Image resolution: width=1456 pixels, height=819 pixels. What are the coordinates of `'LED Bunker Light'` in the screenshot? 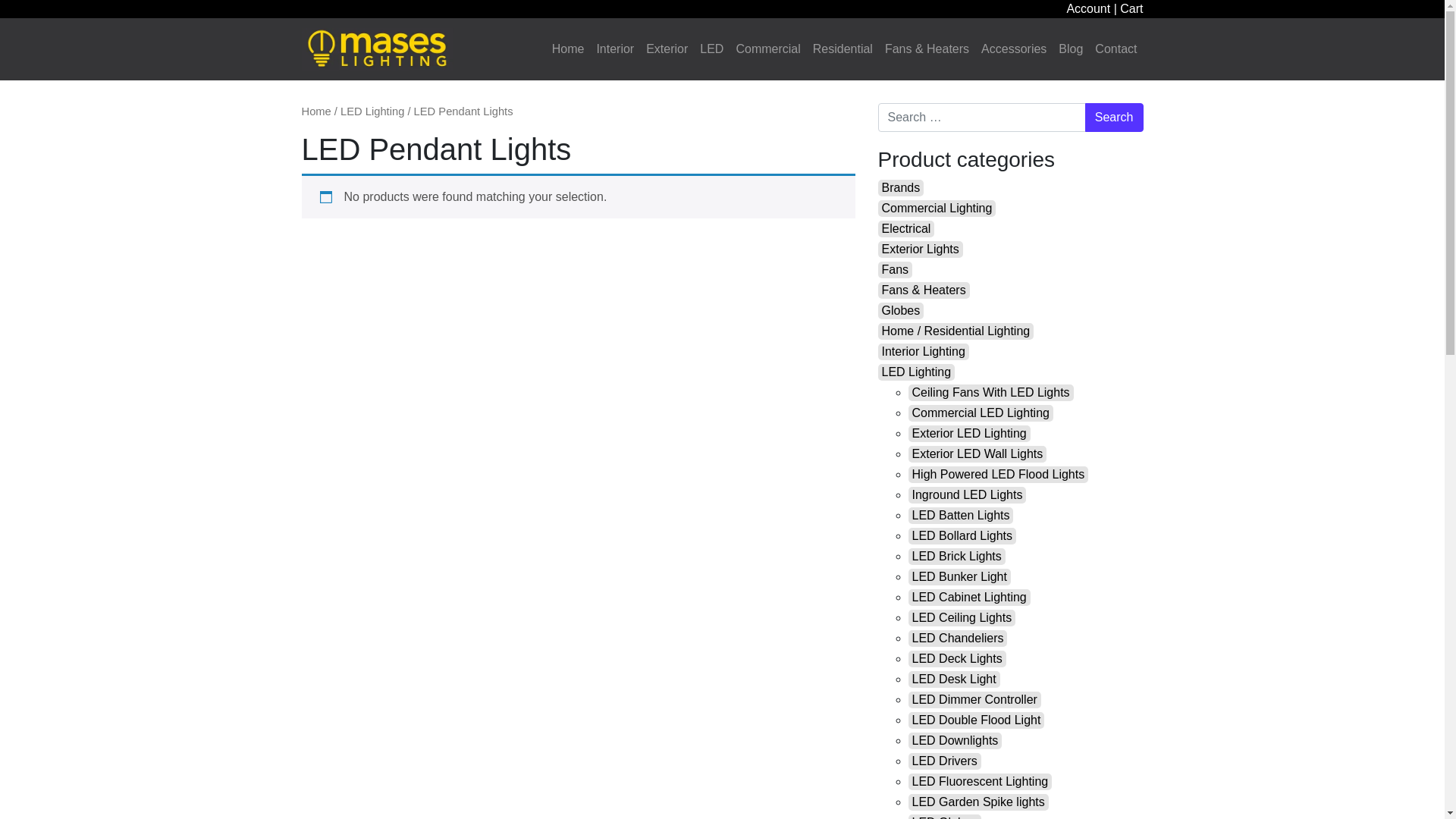 It's located at (959, 576).